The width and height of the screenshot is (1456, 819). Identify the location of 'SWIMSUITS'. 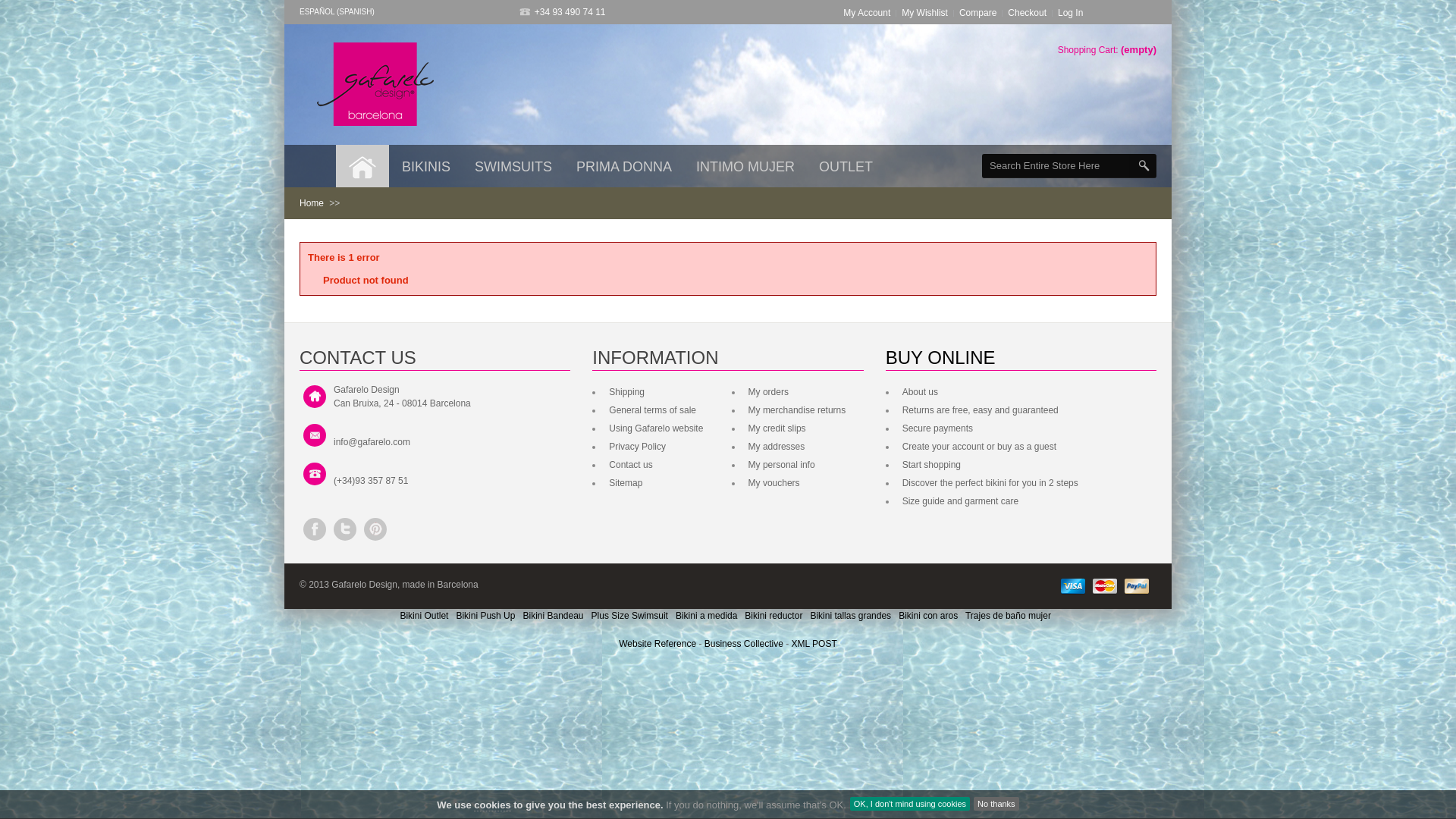
(513, 166).